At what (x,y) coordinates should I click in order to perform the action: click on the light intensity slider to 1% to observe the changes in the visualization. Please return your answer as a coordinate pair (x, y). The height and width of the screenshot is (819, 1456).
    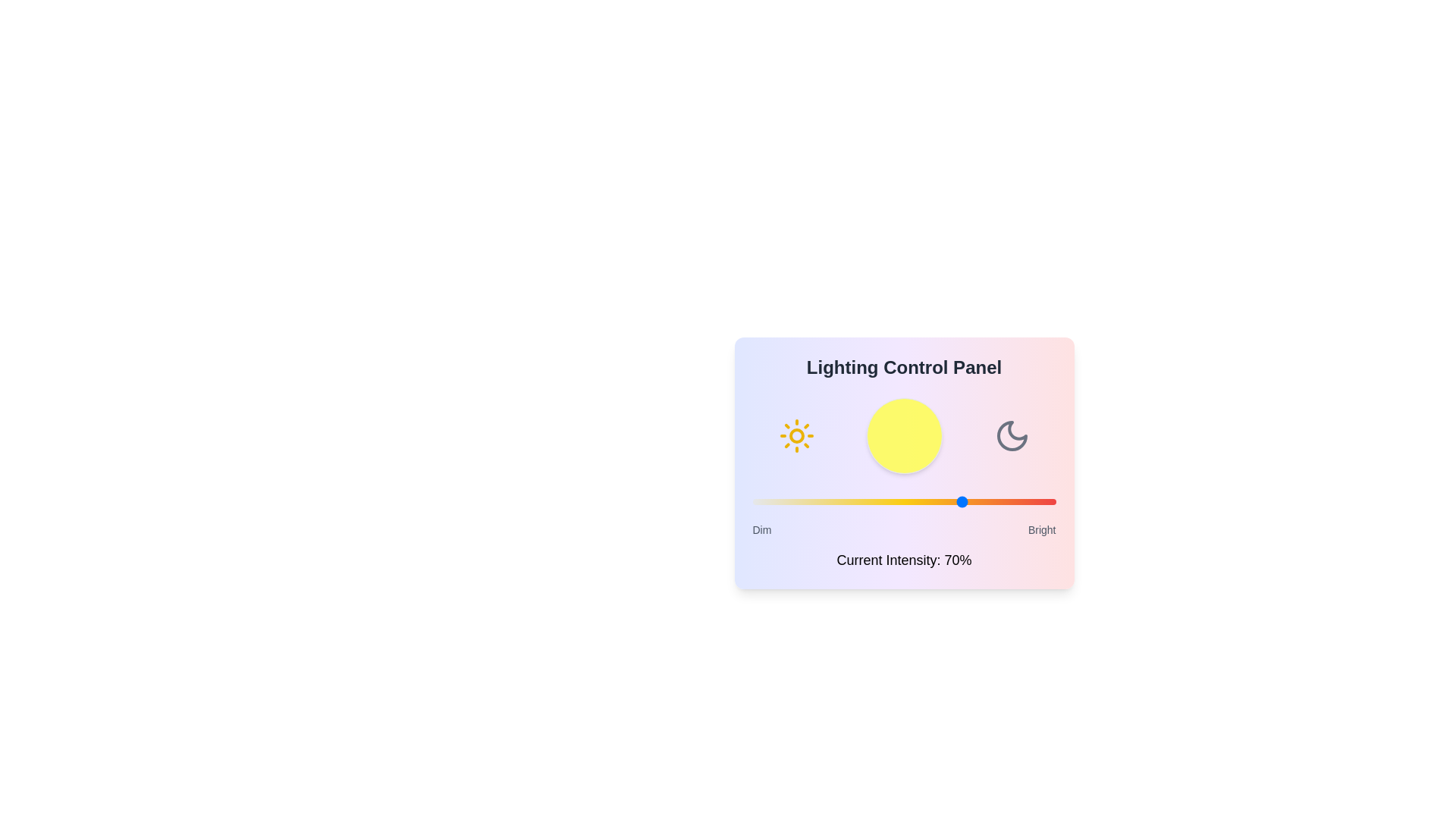
    Looking at the image, I should click on (755, 502).